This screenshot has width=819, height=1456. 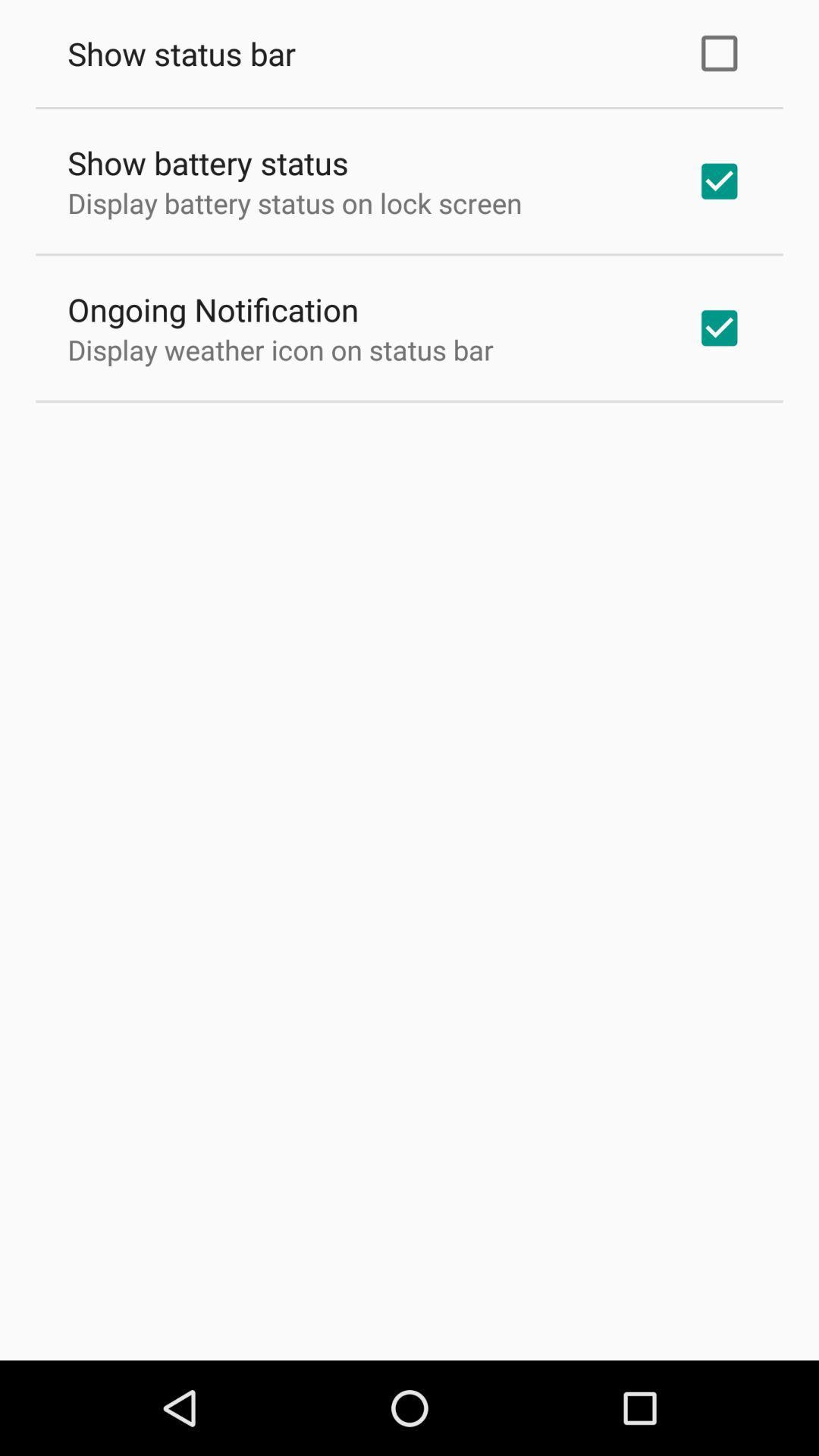 What do you see at coordinates (213, 309) in the screenshot?
I see `the ongoing notification item` at bounding box center [213, 309].